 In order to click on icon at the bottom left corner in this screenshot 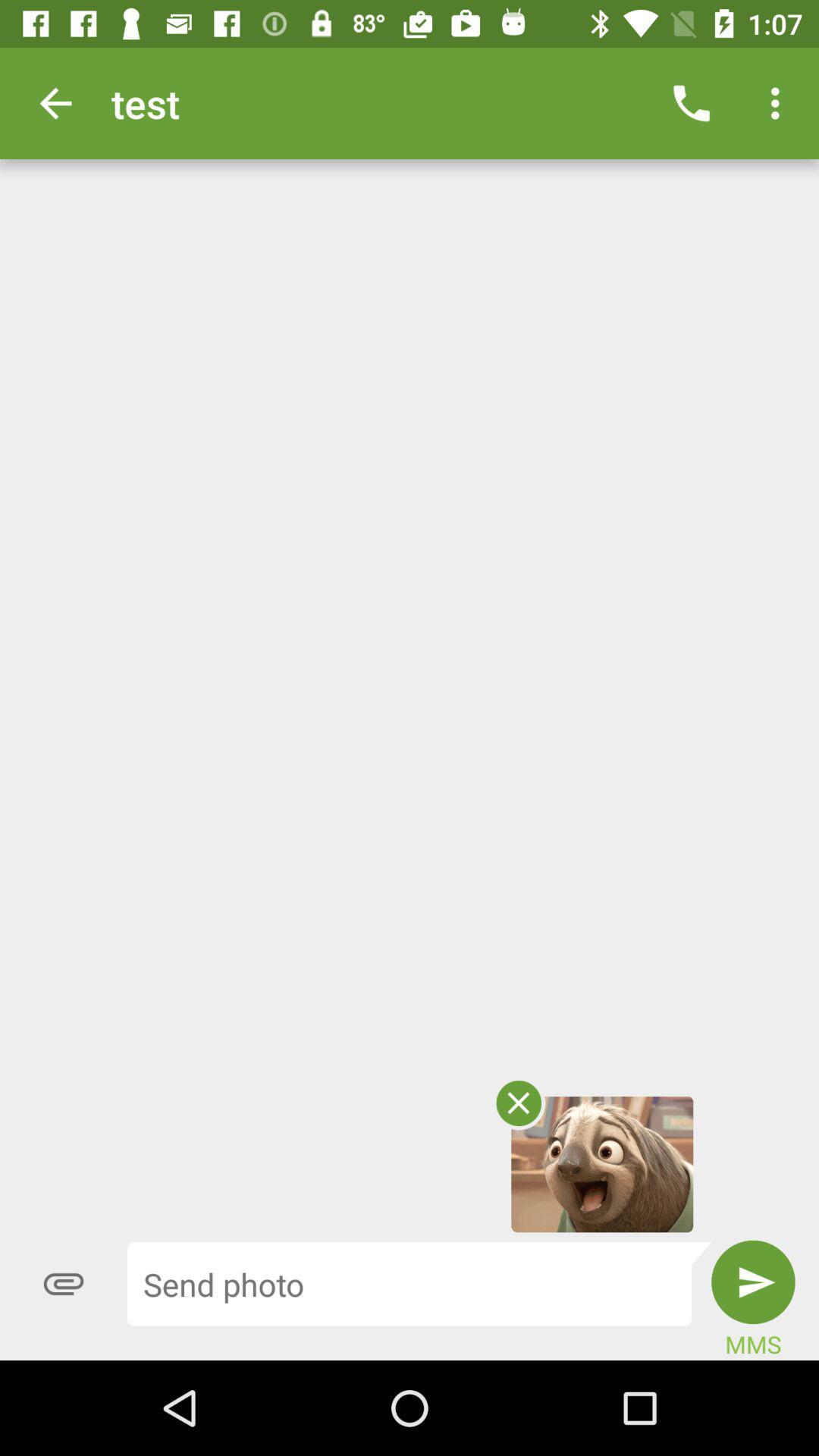, I will do `click(63, 1283)`.